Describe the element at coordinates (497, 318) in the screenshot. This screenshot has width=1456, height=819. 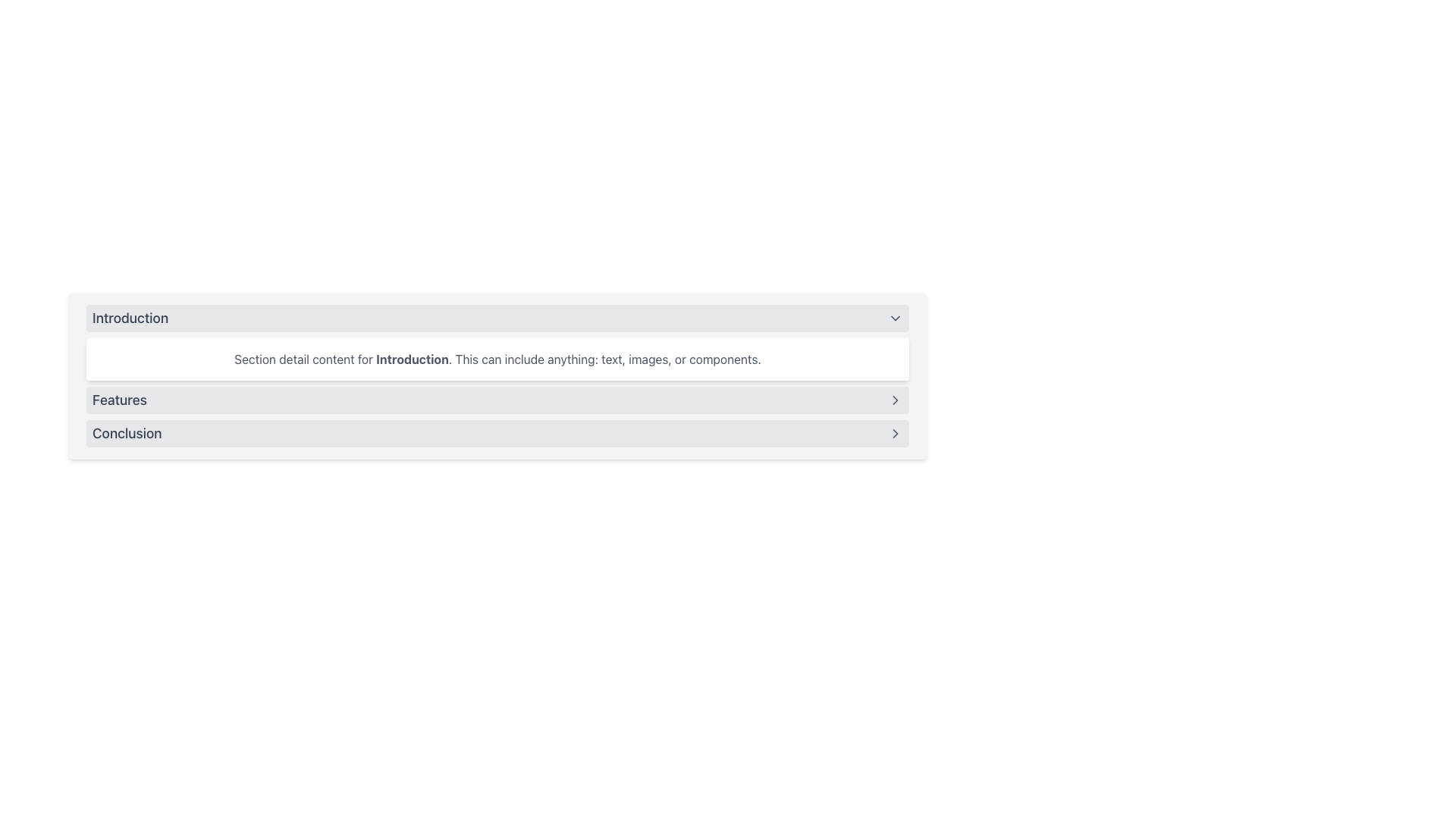
I see `the Accordion Header used for expanding or collapsing content related to 'Introduction' for accessibility interaction` at that location.